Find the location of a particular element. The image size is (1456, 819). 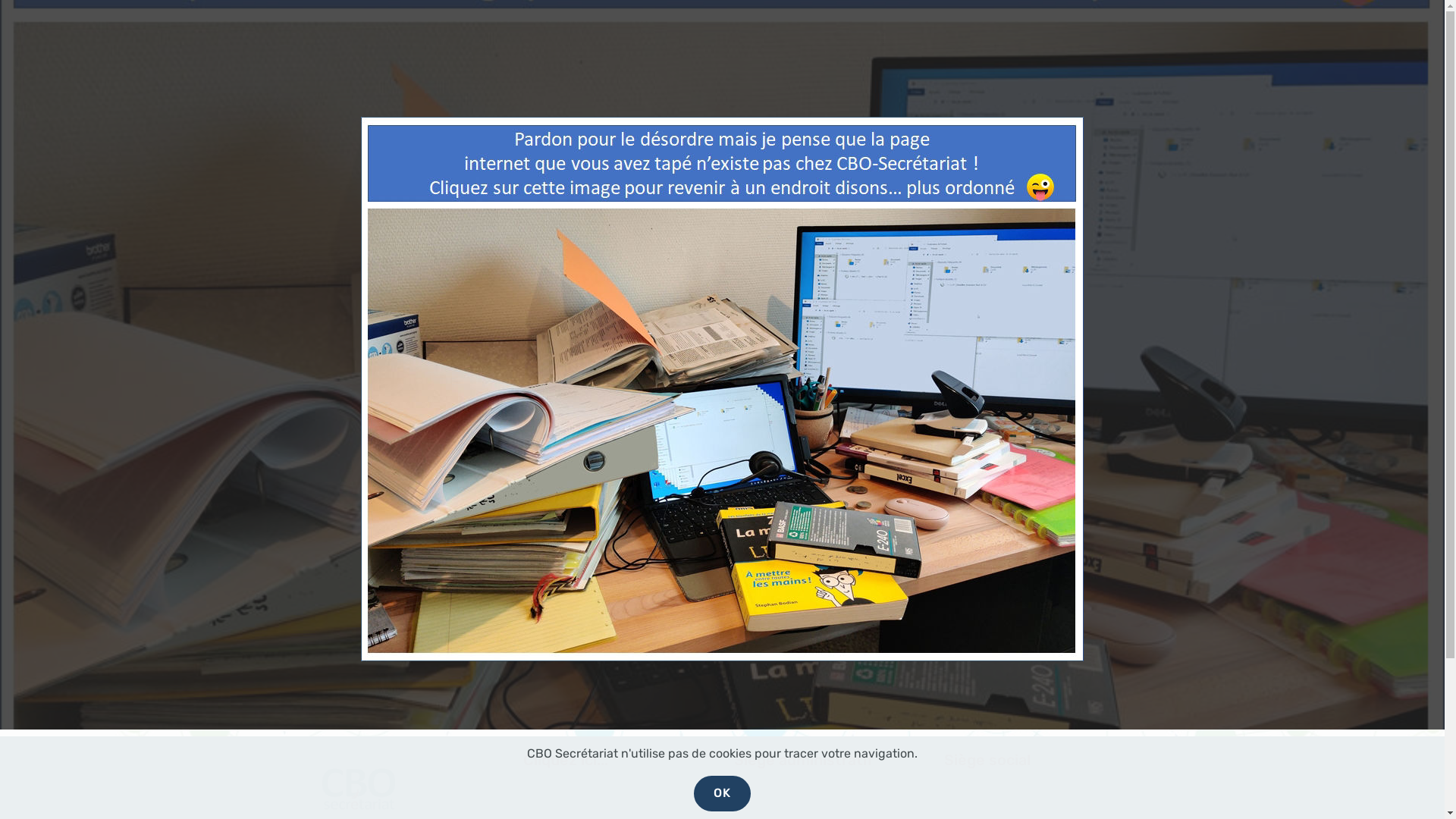

'OK' is located at coordinates (693, 792).